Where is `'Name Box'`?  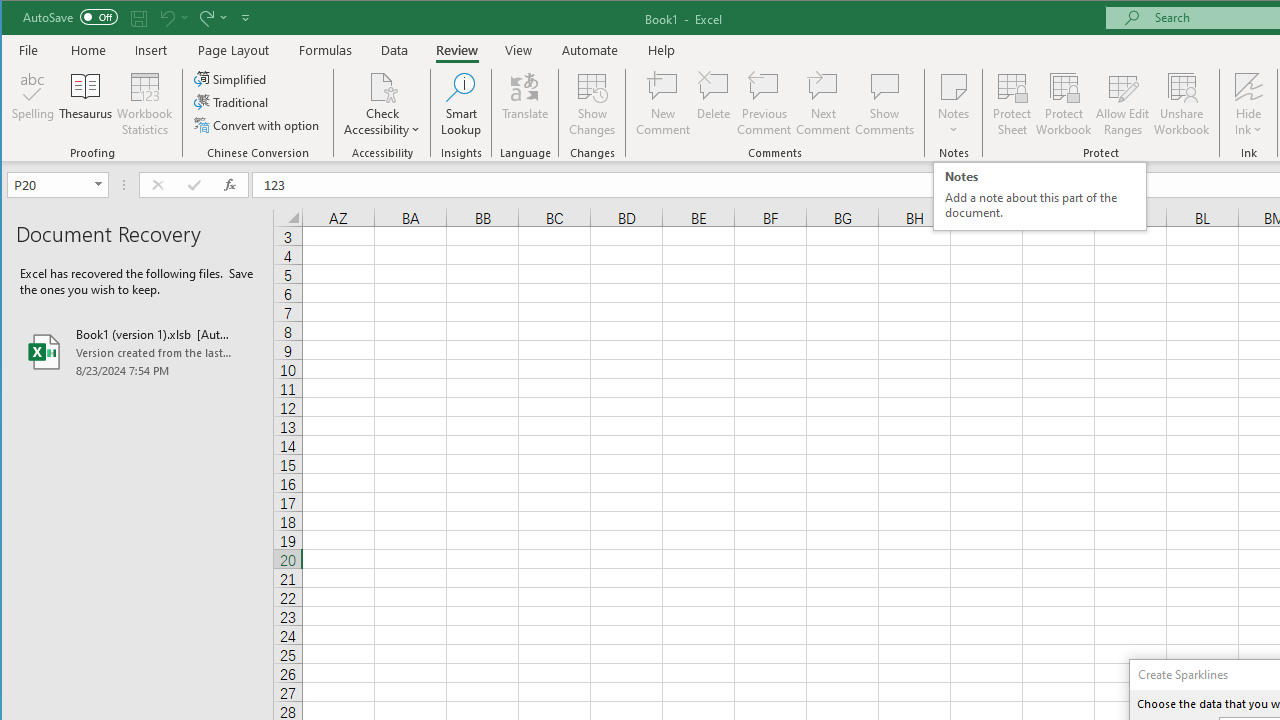 'Name Box' is located at coordinates (49, 184).